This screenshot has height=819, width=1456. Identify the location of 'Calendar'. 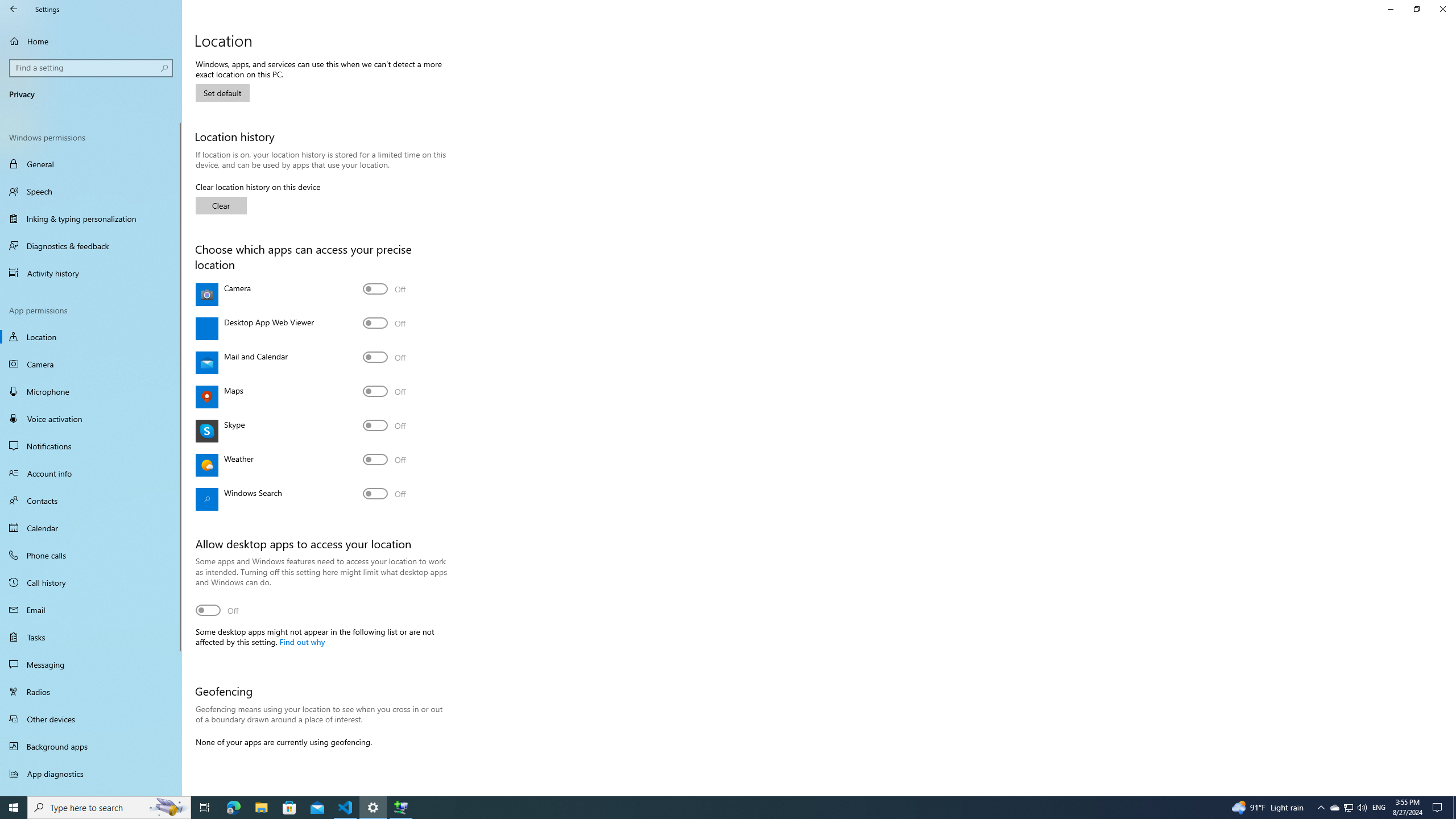
(90, 527).